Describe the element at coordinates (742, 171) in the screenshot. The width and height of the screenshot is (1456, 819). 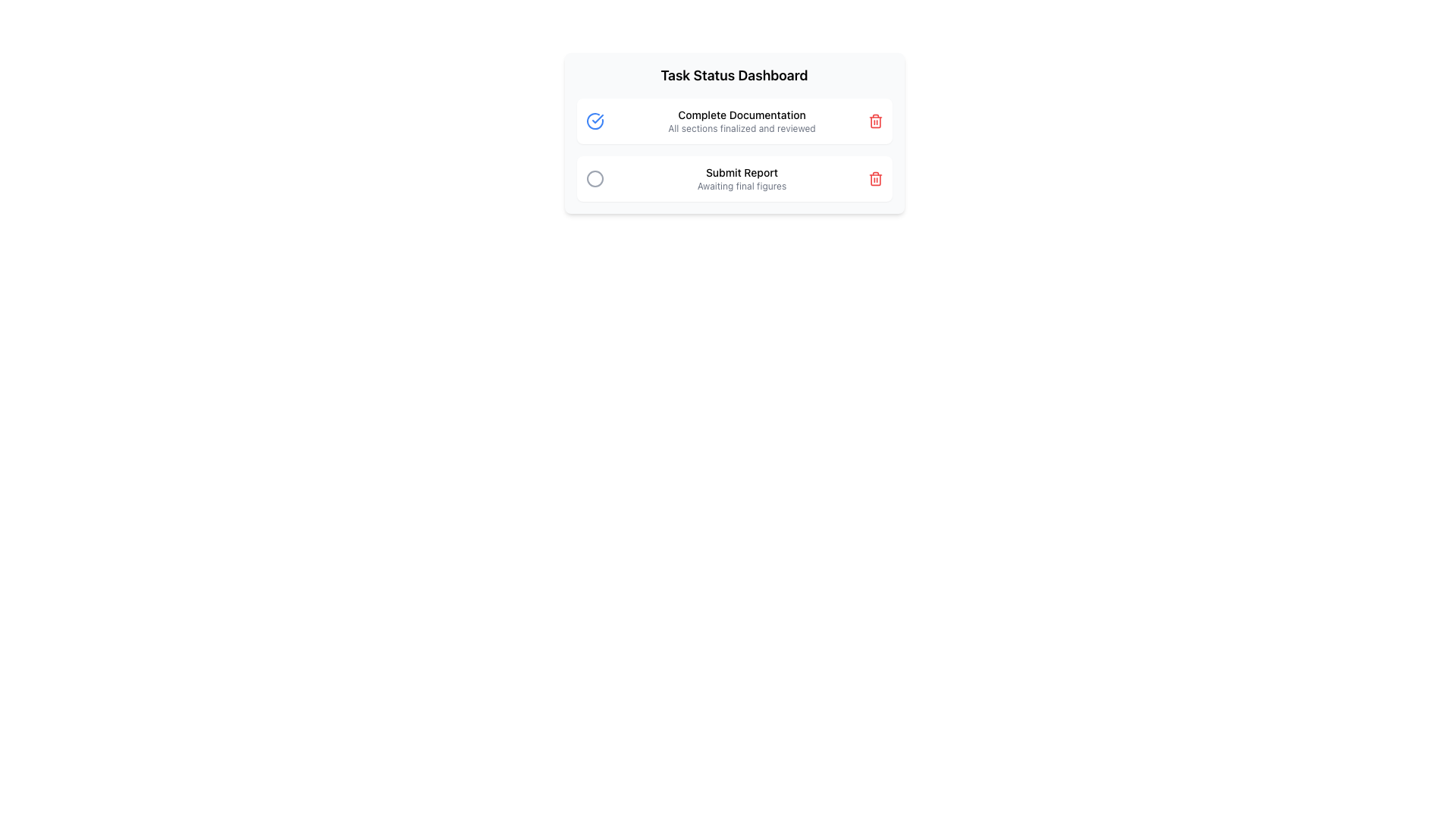
I see `the 'Submit Report' text label, which is styled with a medium-weight font and is positioned as the title of a section within the second task of a vertical task list` at that location.